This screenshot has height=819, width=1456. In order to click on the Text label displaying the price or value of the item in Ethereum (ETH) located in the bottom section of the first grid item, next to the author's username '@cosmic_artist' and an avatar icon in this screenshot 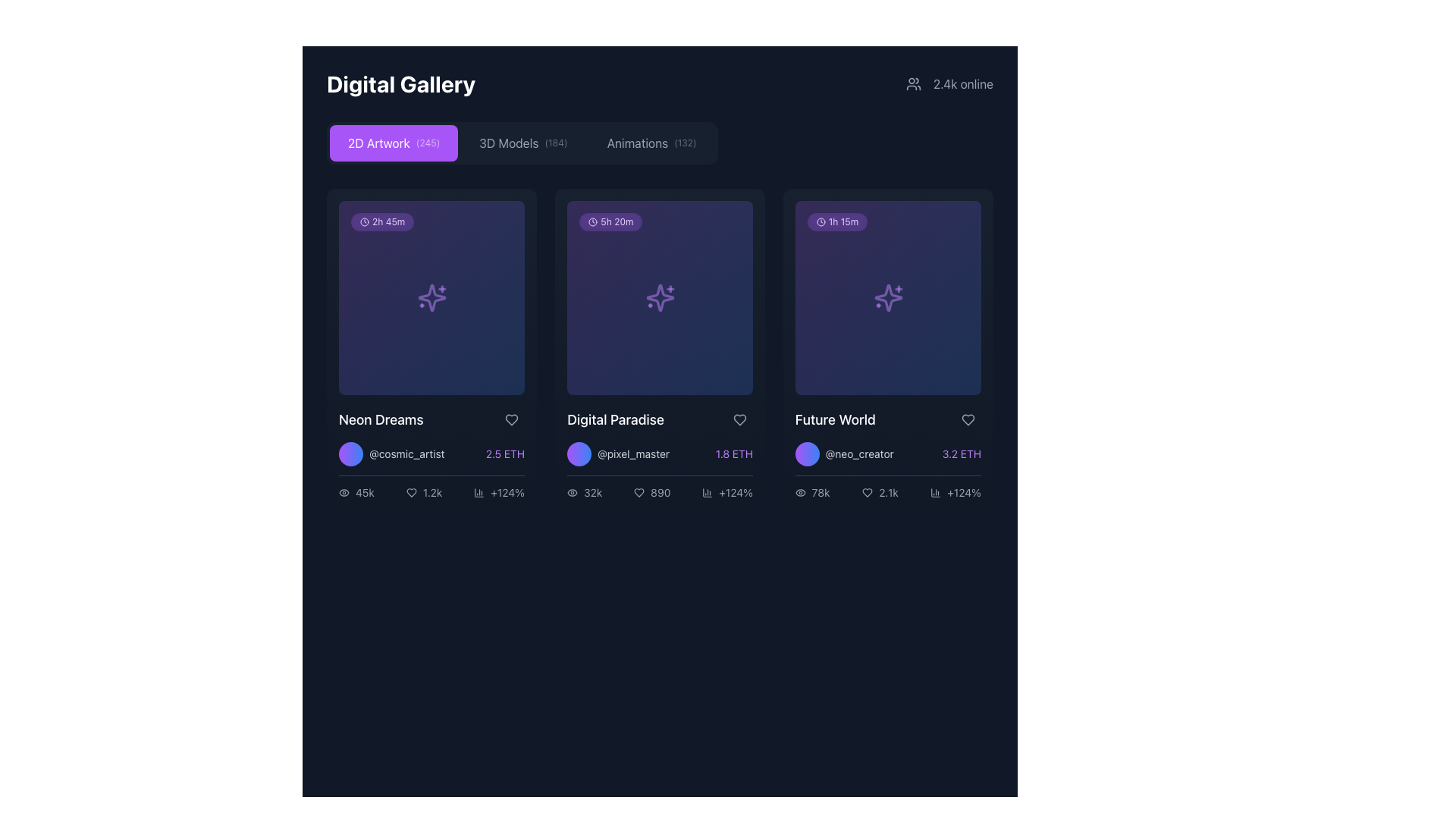, I will do `click(505, 453)`.